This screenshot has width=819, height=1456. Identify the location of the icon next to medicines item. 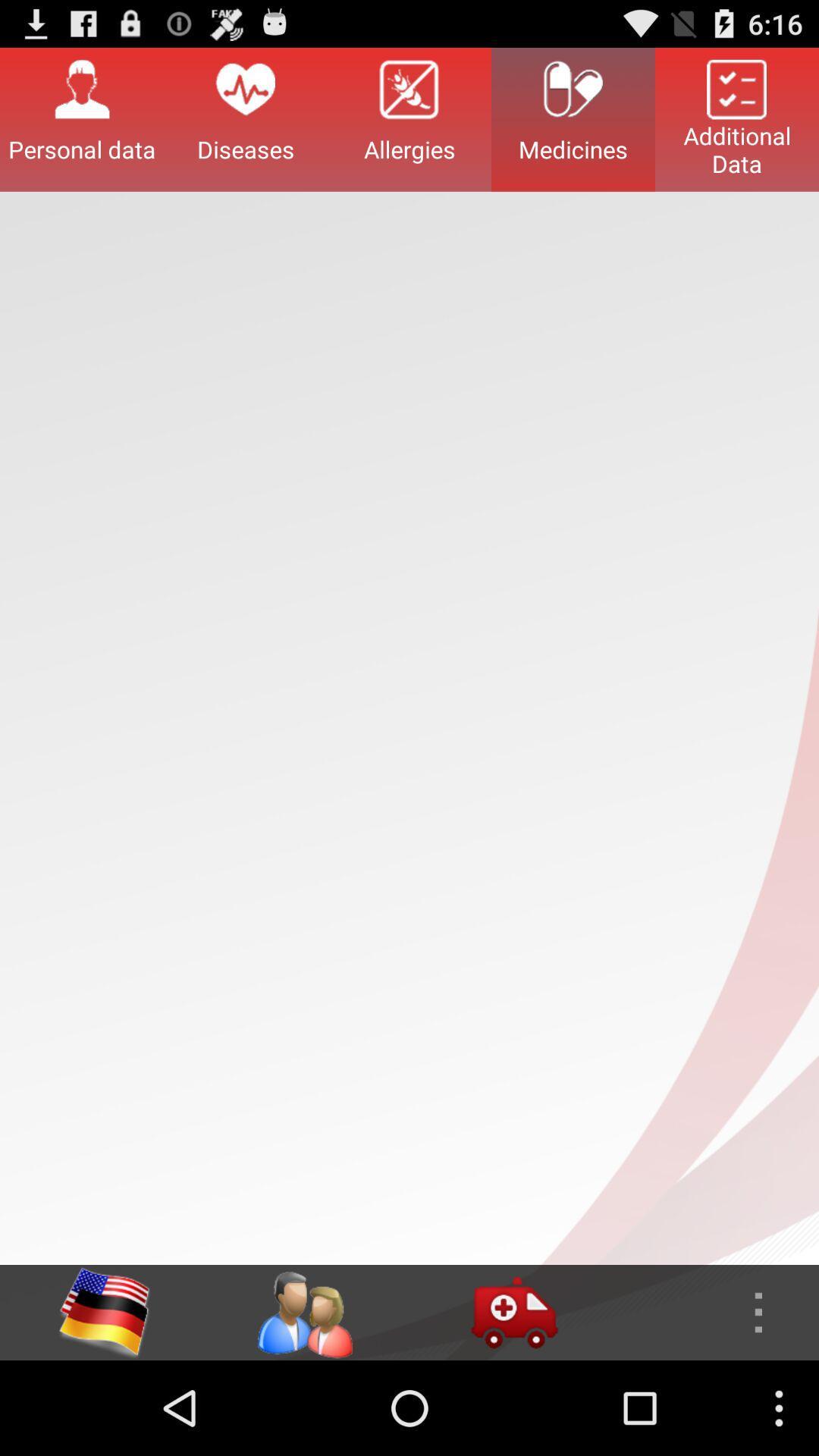
(409, 118).